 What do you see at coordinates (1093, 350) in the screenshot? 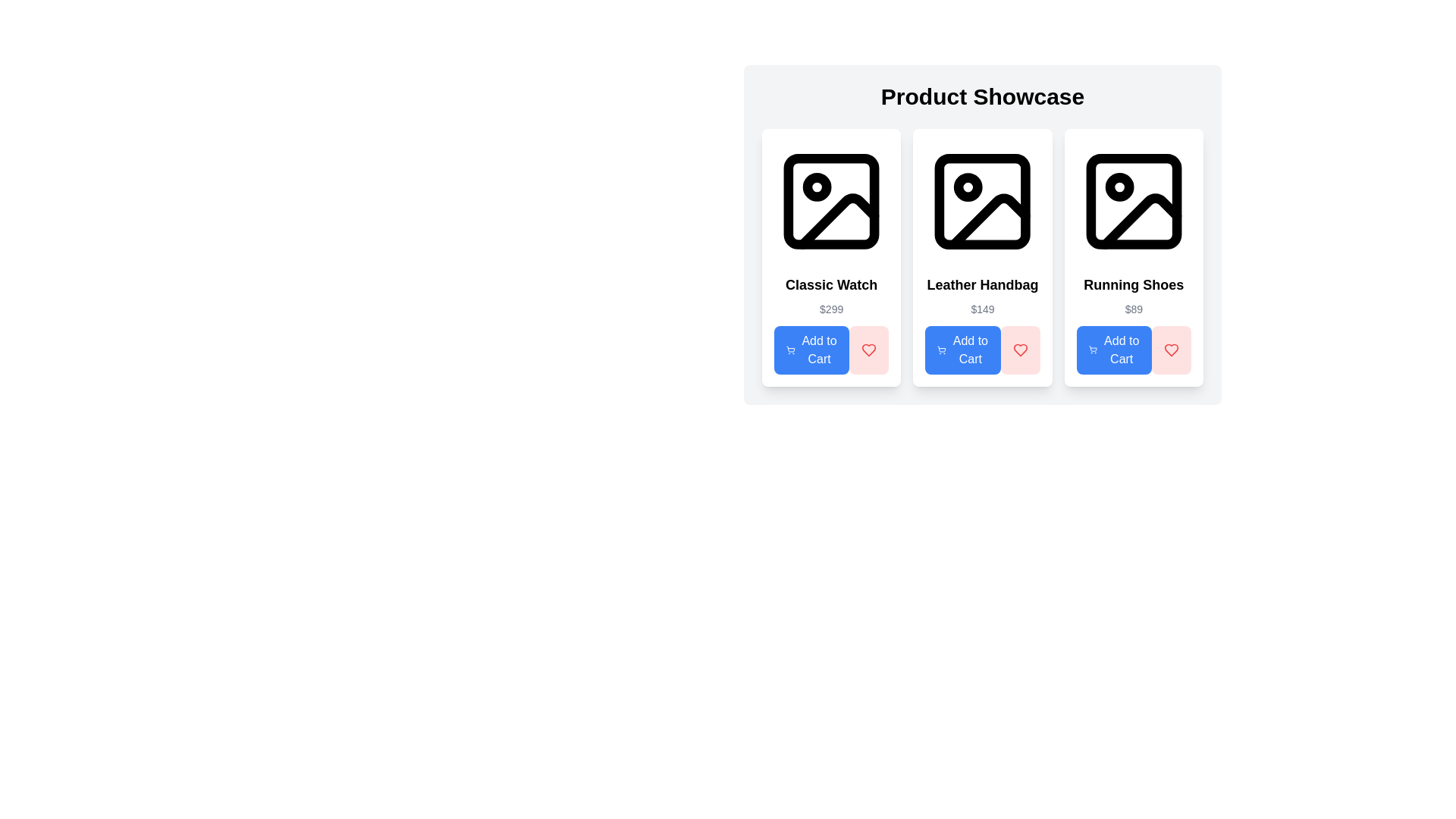
I see `the 'Add to Cart' button which contains a small blue shopping cart icon in its top-left corner` at bounding box center [1093, 350].